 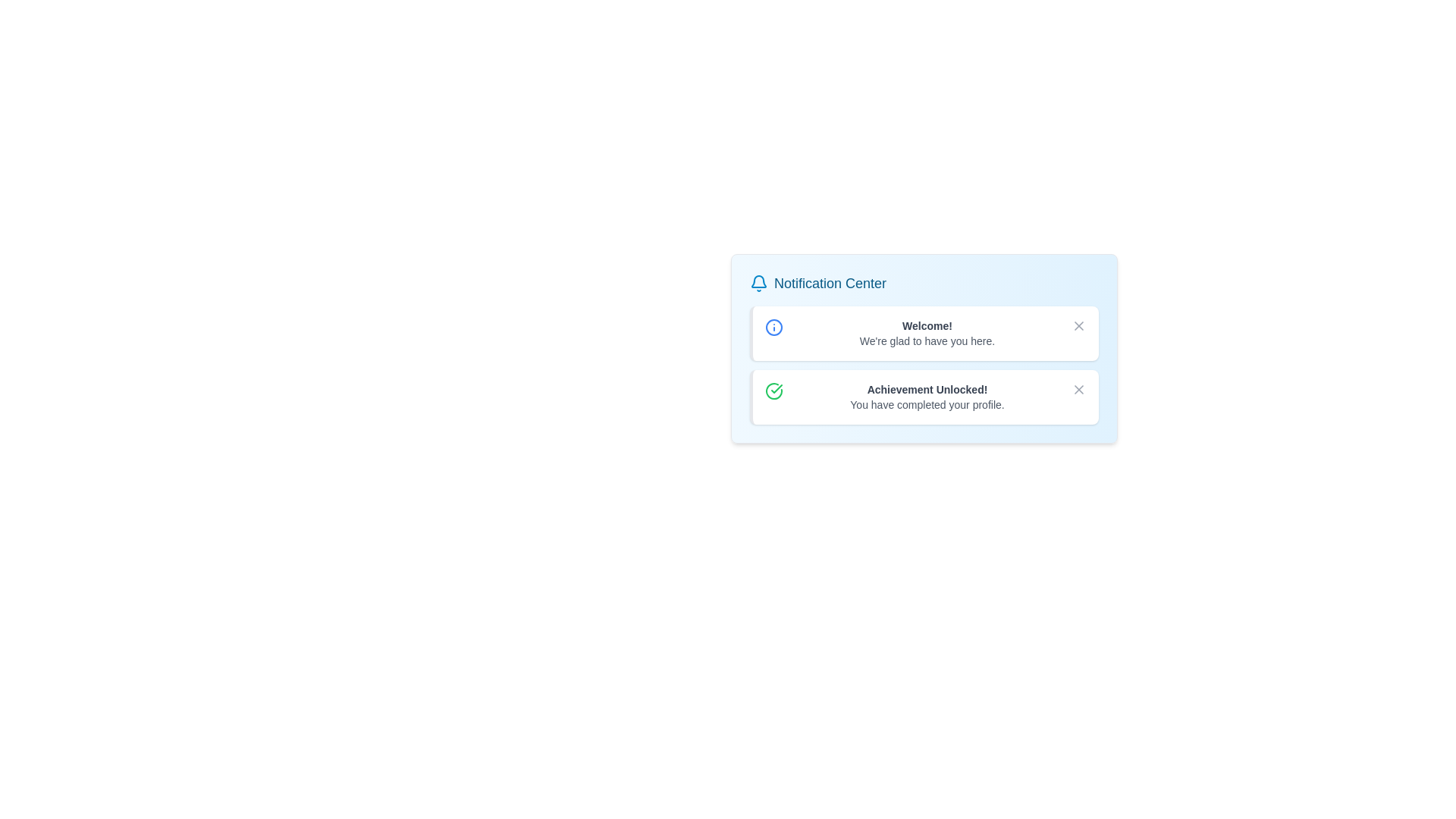 What do you see at coordinates (1078, 388) in the screenshot?
I see `the close icon represented by the 'X' shape located inside the close icon button at the top-right corner of the second notification card` at bounding box center [1078, 388].